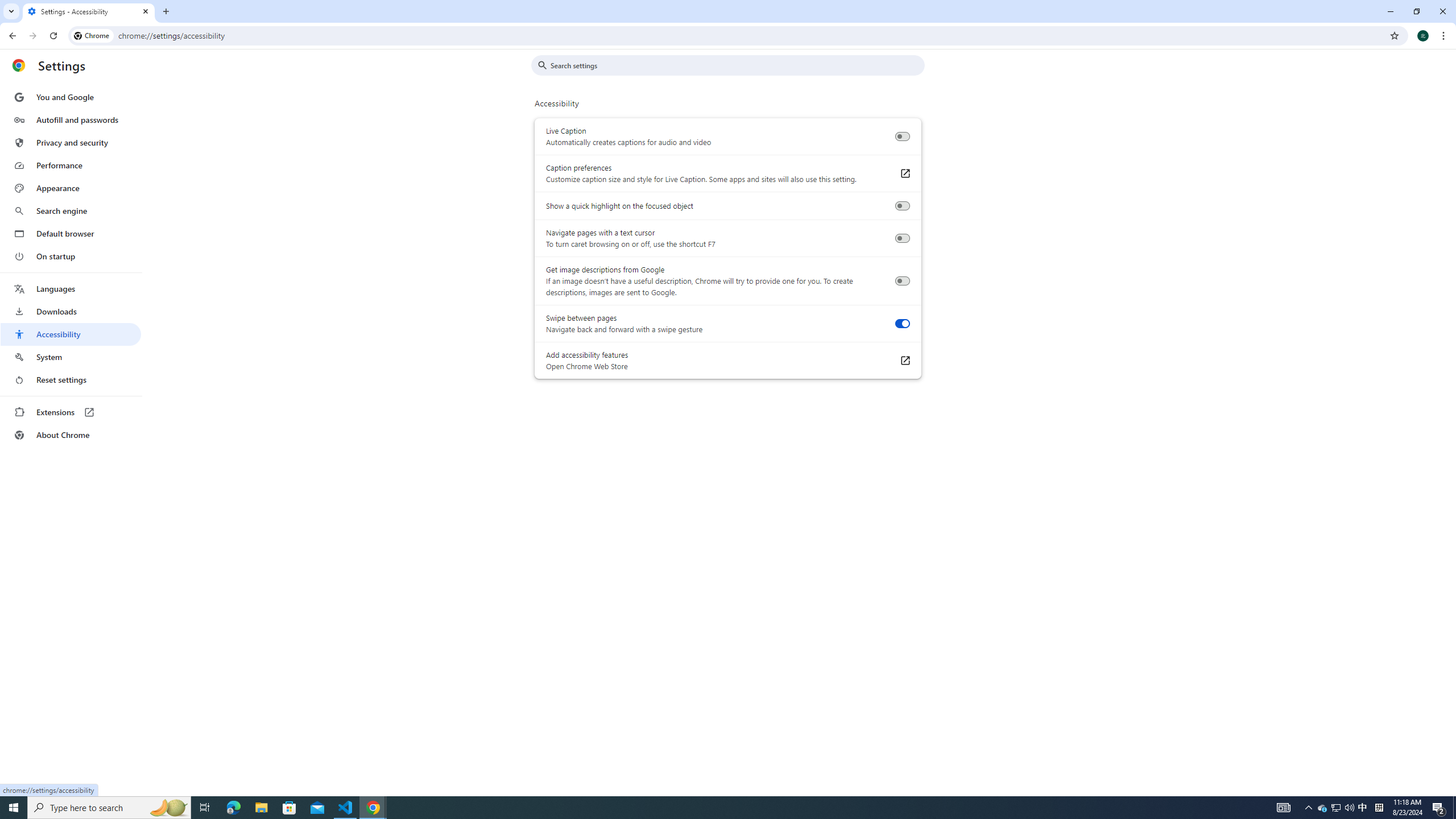  What do you see at coordinates (901, 136) in the screenshot?
I see `'Live Caption'` at bounding box center [901, 136].